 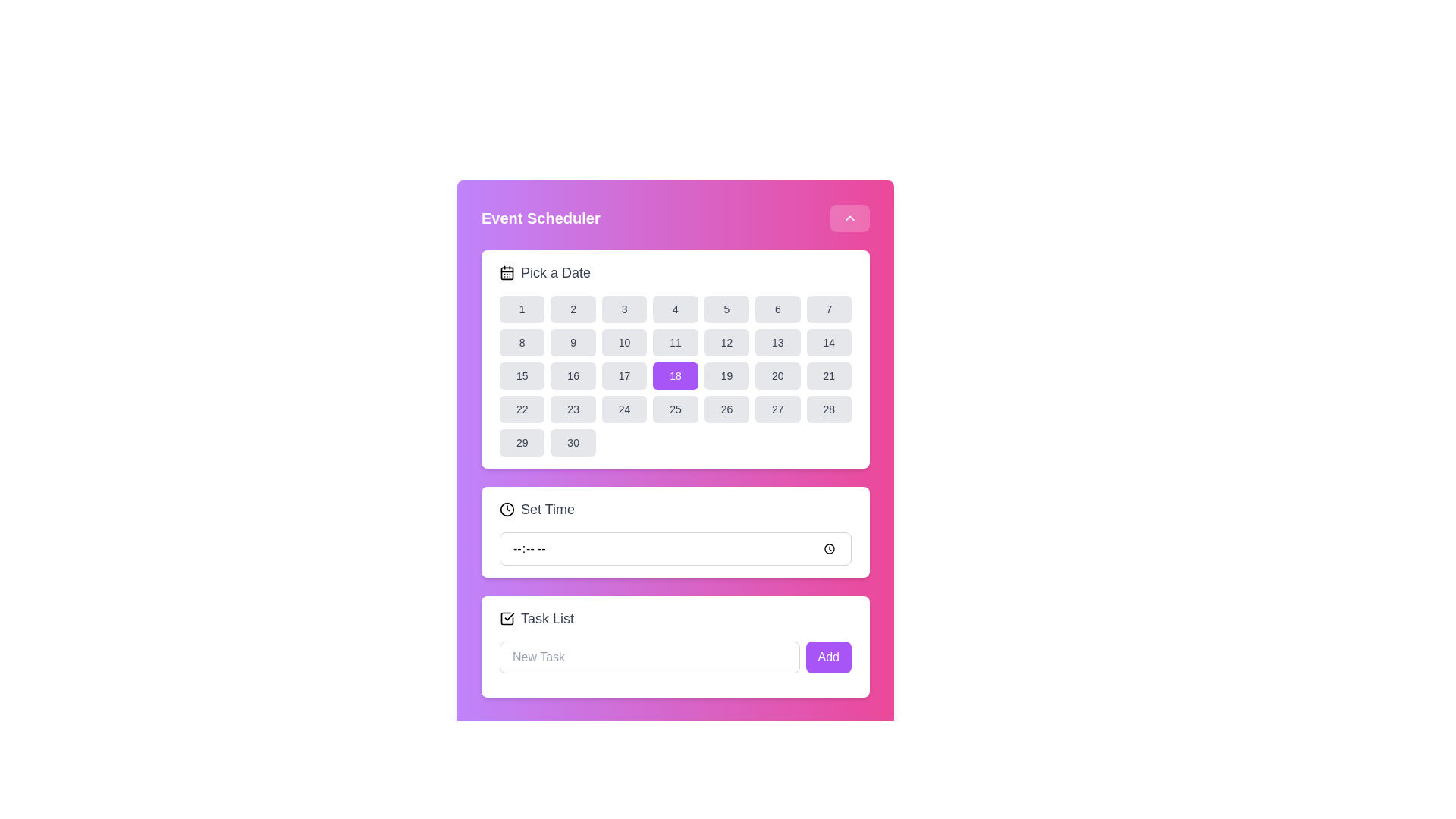 What do you see at coordinates (726, 309) in the screenshot?
I see `the button labeled '5' in the 'Pick a Date' section` at bounding box center [726, 309].